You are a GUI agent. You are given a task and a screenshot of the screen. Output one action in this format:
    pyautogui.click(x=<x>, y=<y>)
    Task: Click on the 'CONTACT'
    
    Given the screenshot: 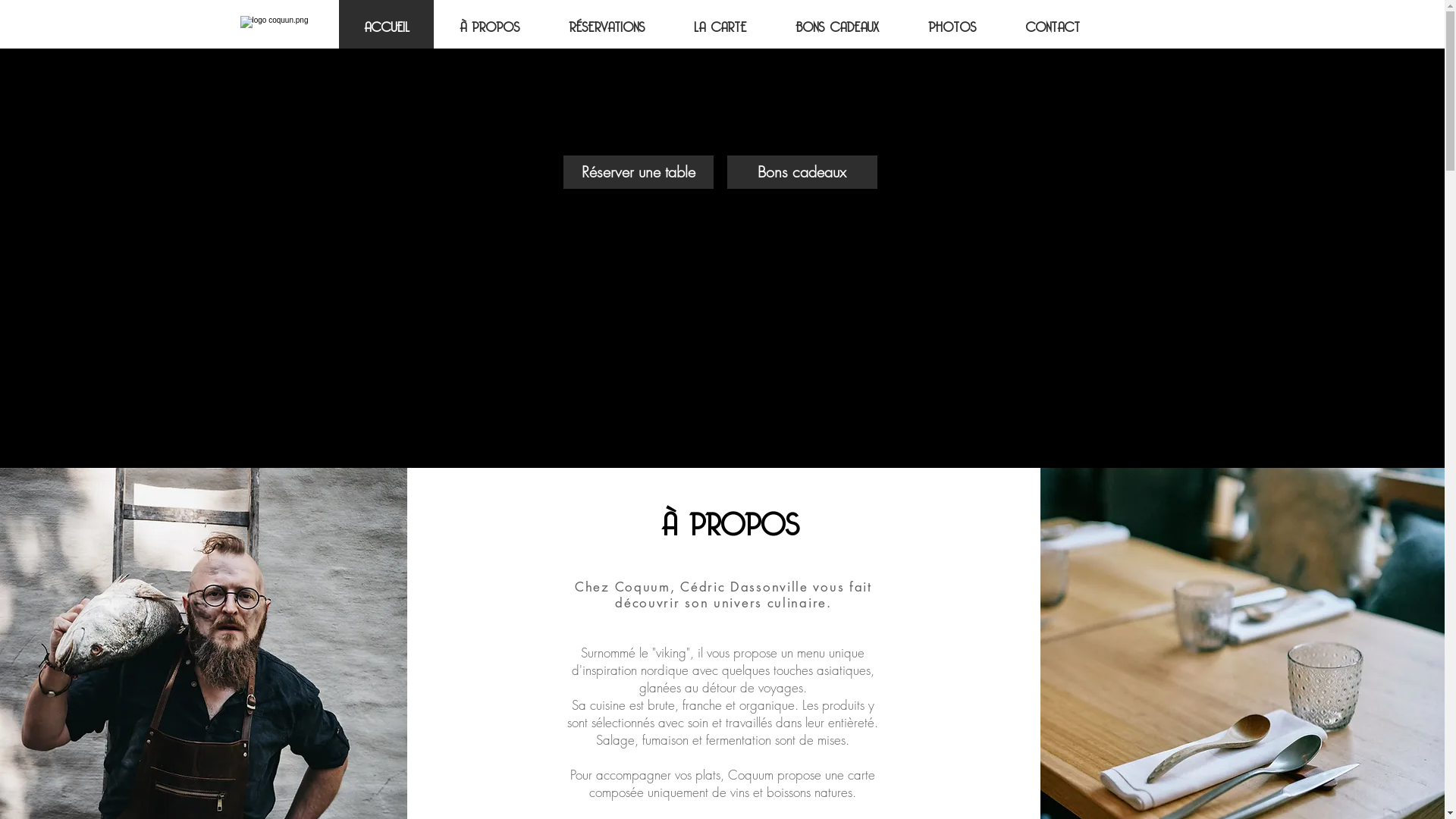 What is the action you would take?
    pyautogui.click(x=1000, y=24)
    